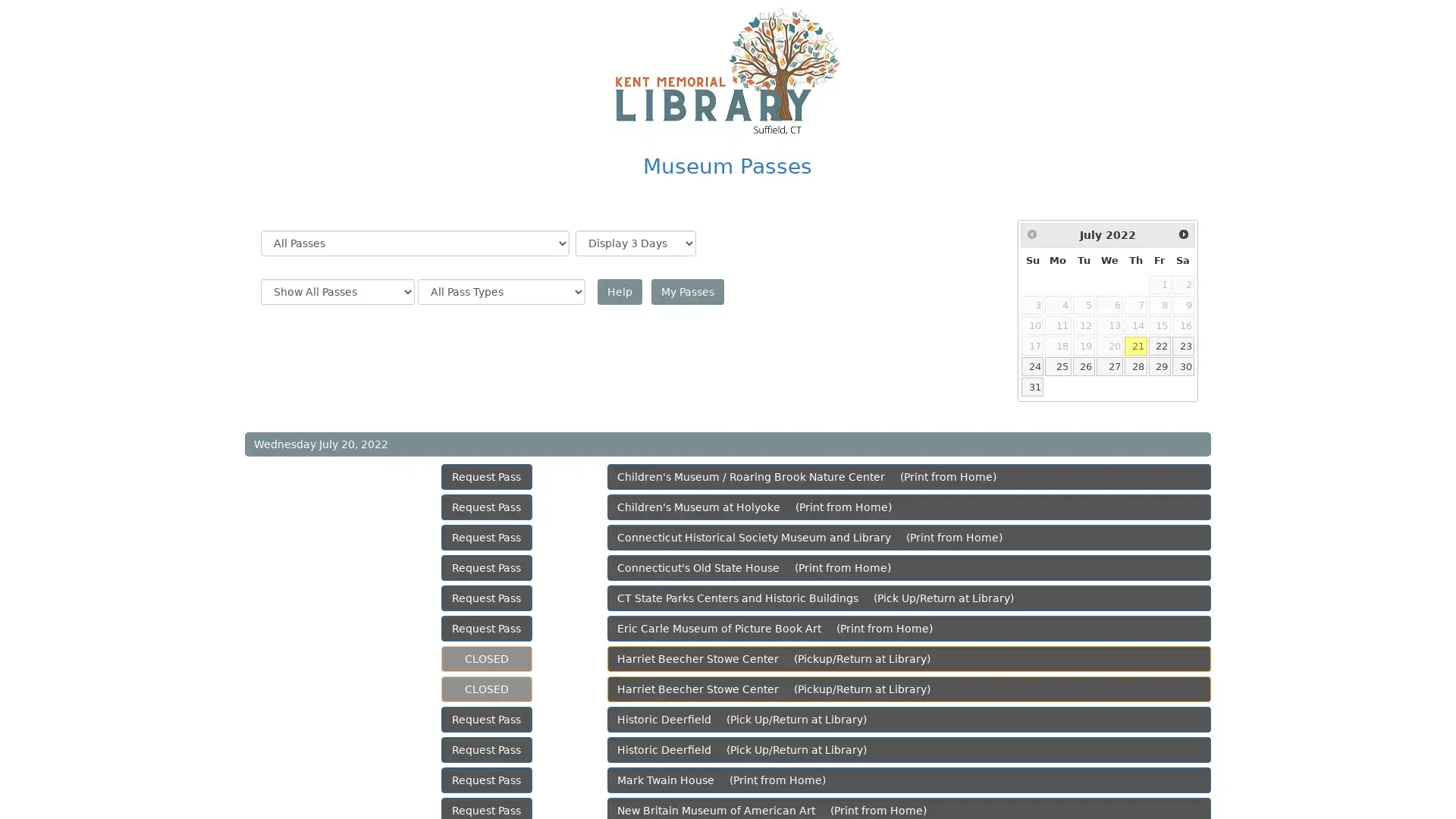 Image resolution: width=1456 pixels, height=819 pixels. What do you see at coordinates (486, 475) in the screenshot?
I see `Request Pass` at bounding box center [486, 475].